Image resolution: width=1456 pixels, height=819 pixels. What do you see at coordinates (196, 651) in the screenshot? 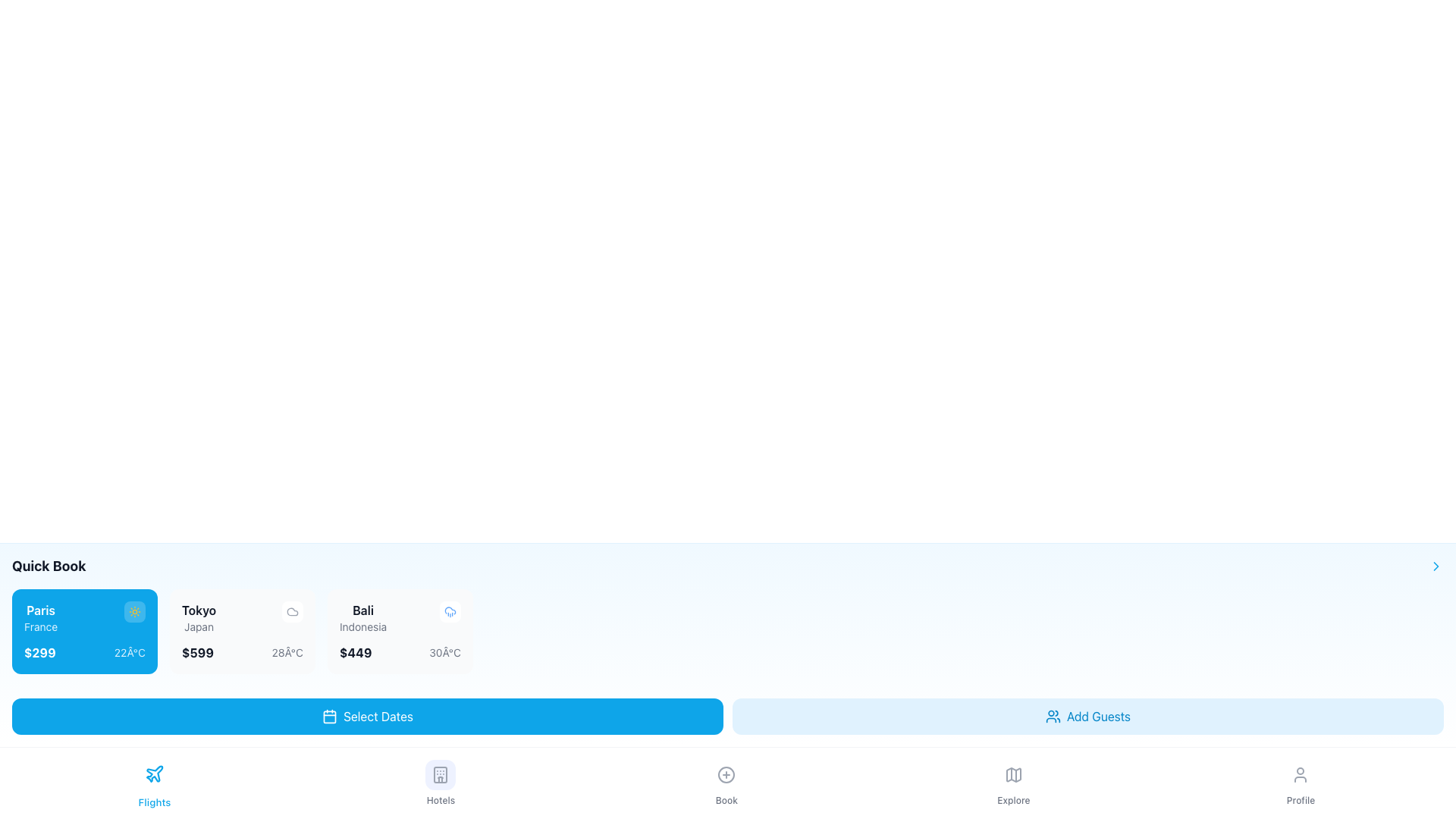
I see `the label displaying the price '$599' which is located to the left of the temperature label '28°C' in the Tokyo, Japan details panel` at bounding box center [196, 651].